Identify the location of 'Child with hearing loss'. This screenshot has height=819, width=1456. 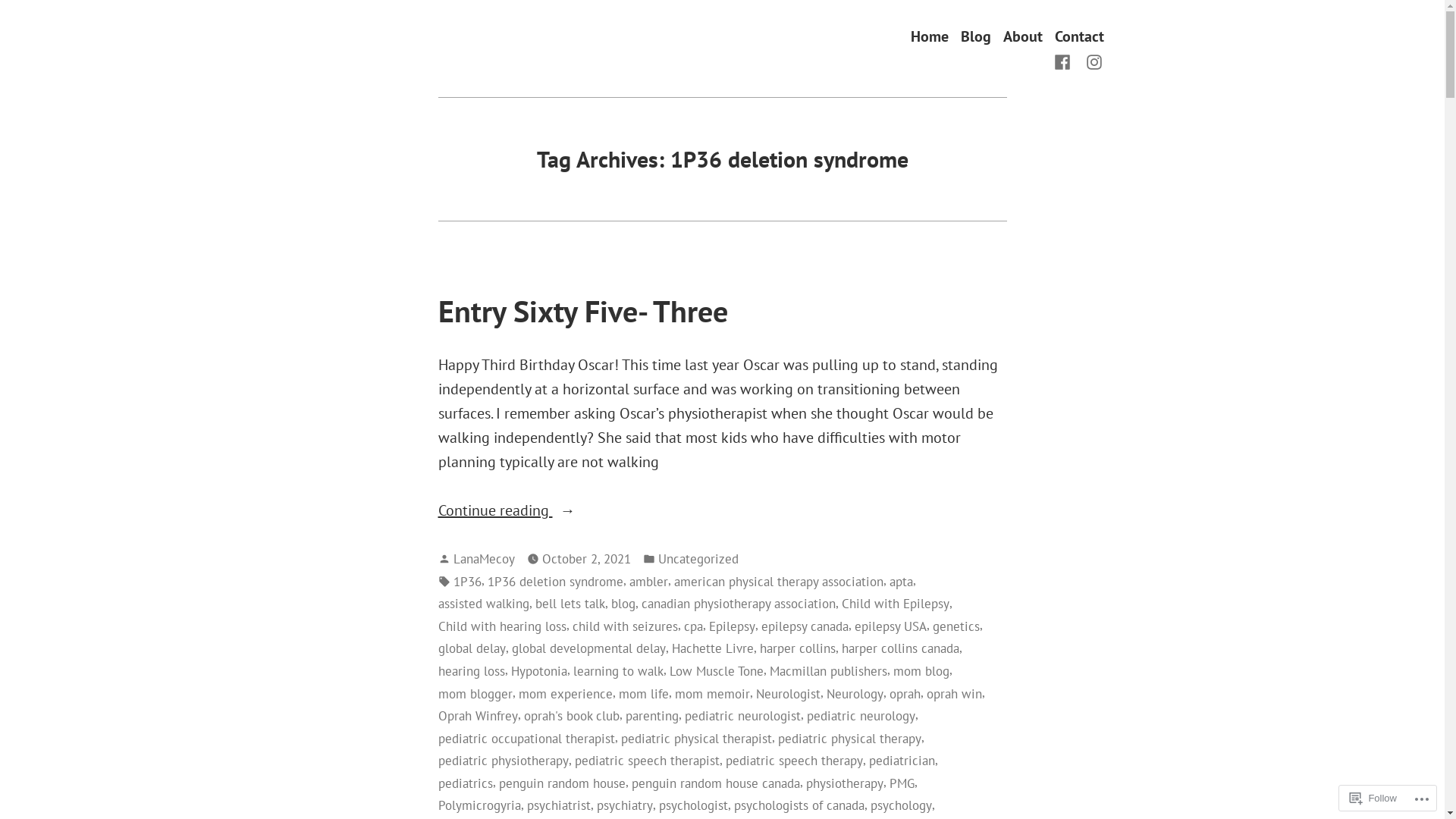
(502, 626).